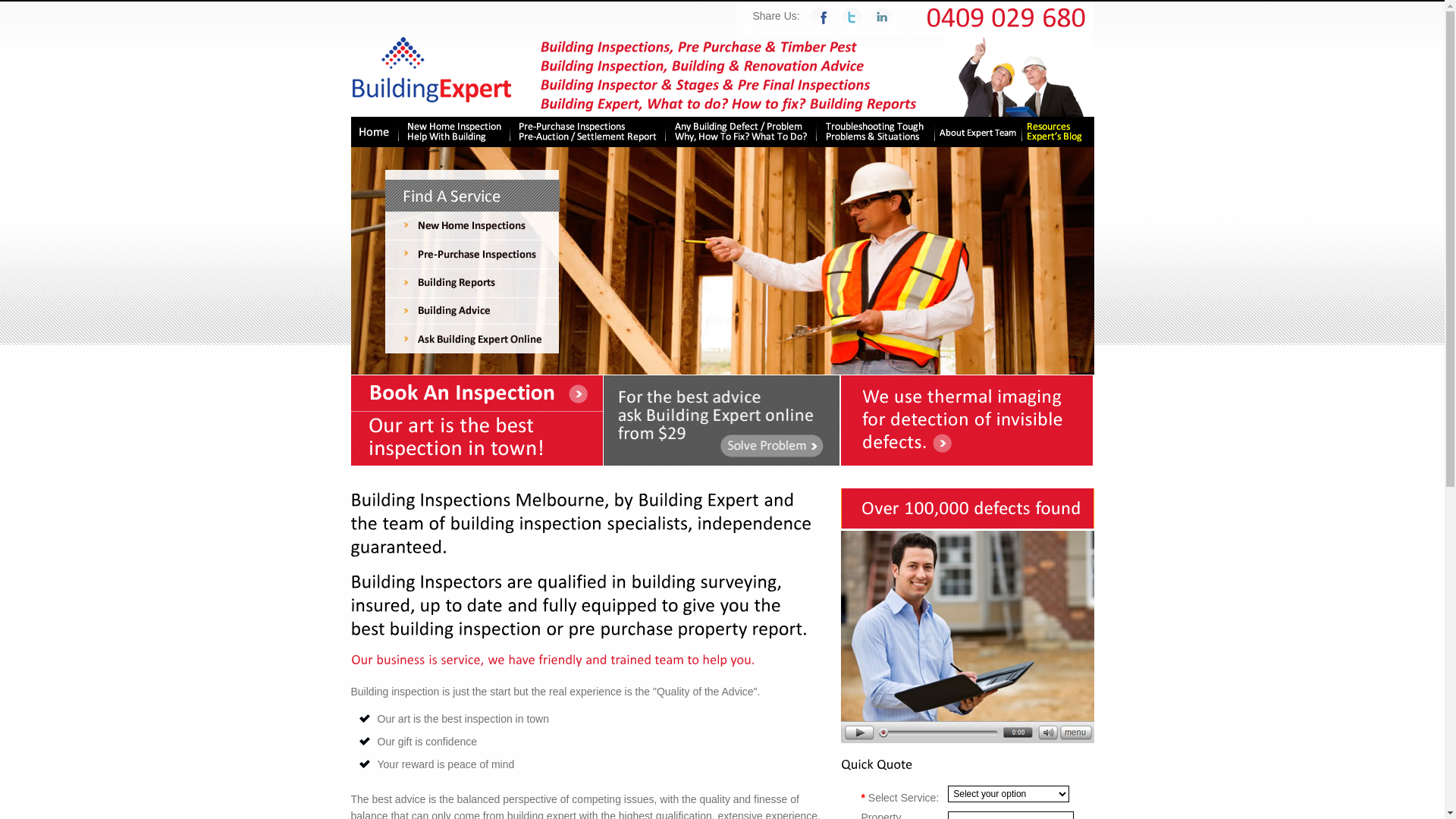  Describe the element at coordinates (864, 15) in the screenshot. I see `'Recommend this website : home on Linkedin'` at that location.